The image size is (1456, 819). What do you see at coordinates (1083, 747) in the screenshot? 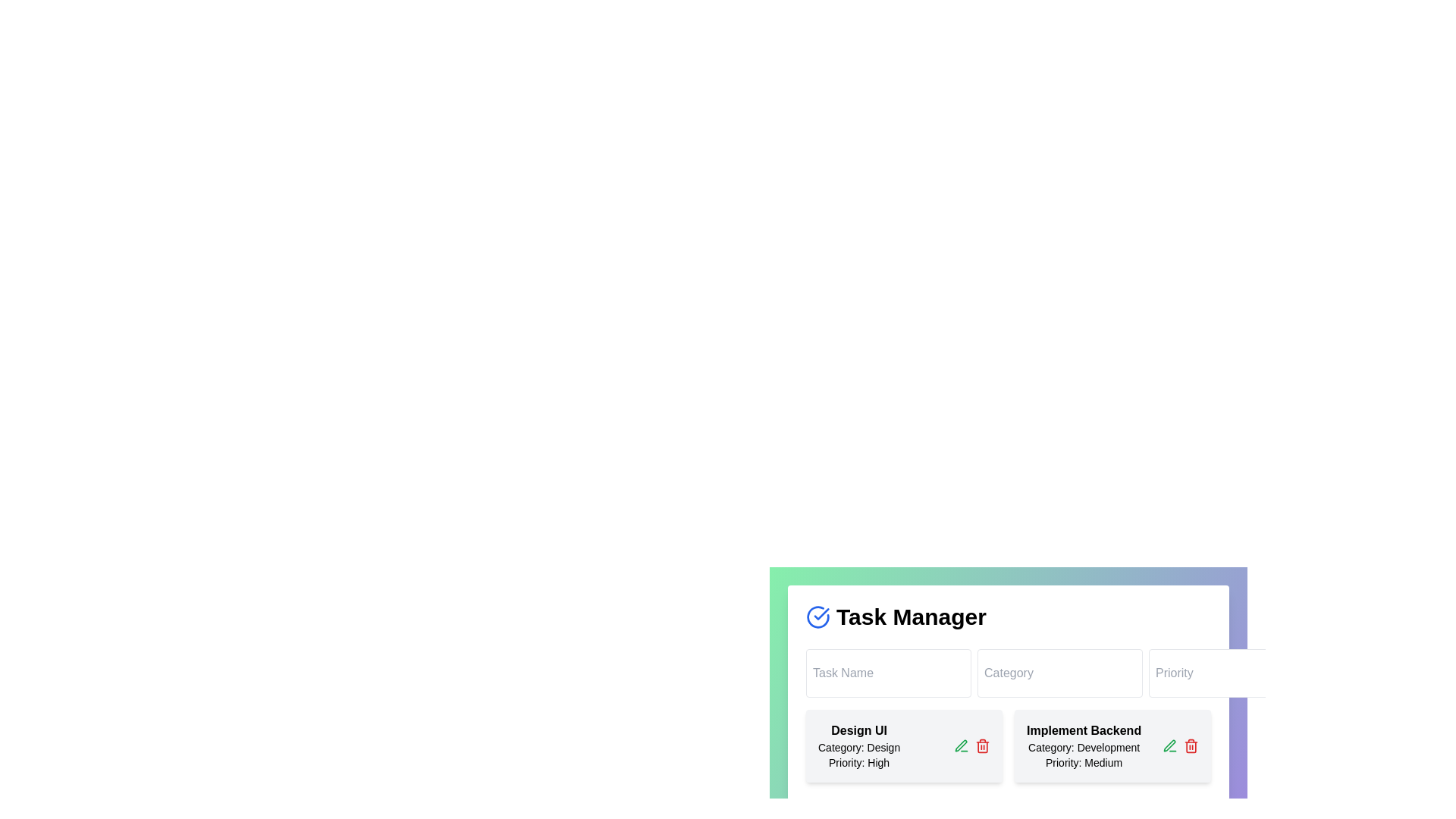
I see `text from the label displaying 'Category: Development', which is positioned below the task title 'Implement Backend' in the second task card` at bounding box center [1083, 747].